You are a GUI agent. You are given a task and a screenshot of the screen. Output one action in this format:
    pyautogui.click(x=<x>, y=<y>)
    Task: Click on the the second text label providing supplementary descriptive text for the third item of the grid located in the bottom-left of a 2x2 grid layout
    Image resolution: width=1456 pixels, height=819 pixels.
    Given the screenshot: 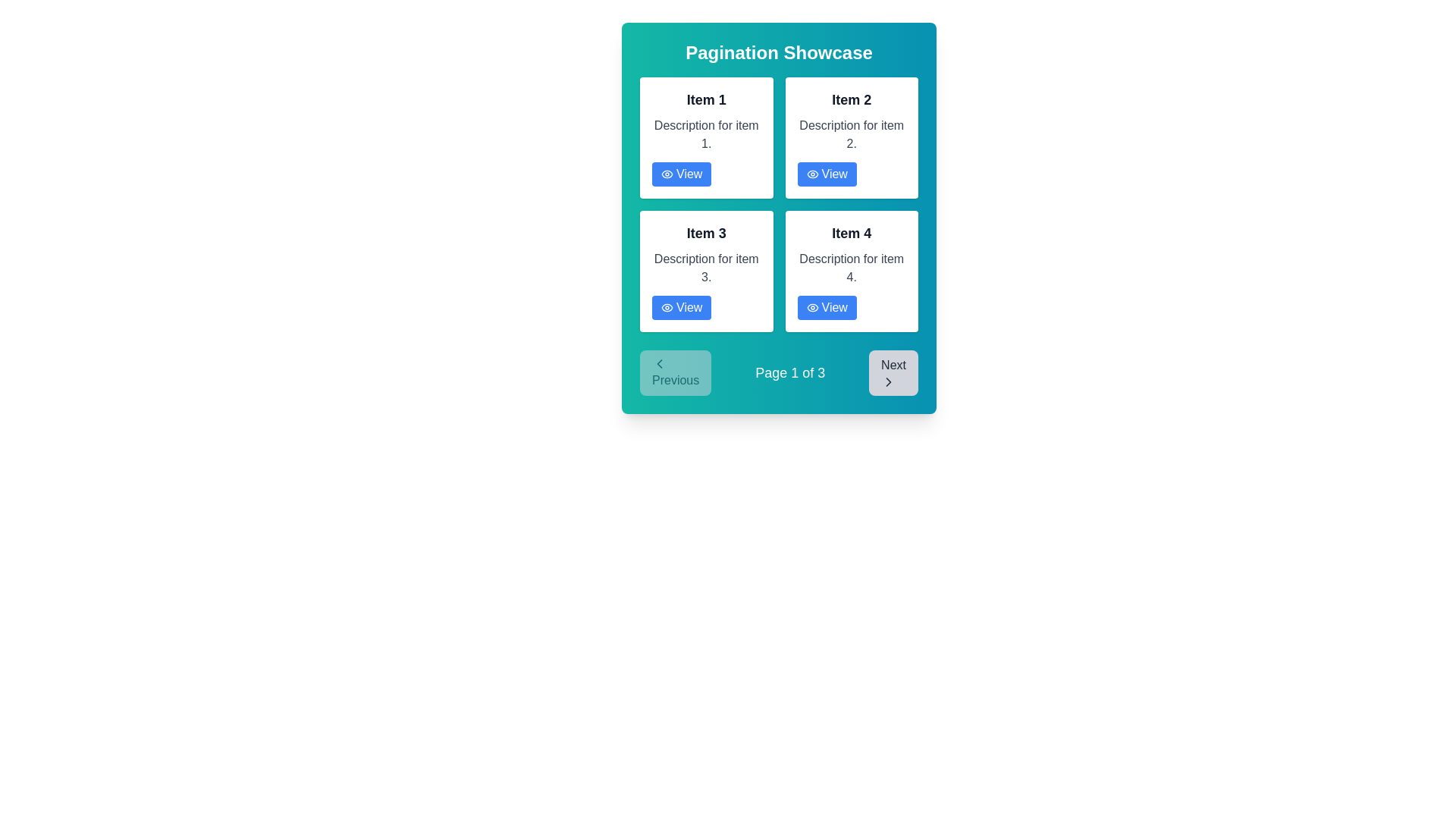 What is the action you would take?
    pyautogui.click(x=705, y=268)
    